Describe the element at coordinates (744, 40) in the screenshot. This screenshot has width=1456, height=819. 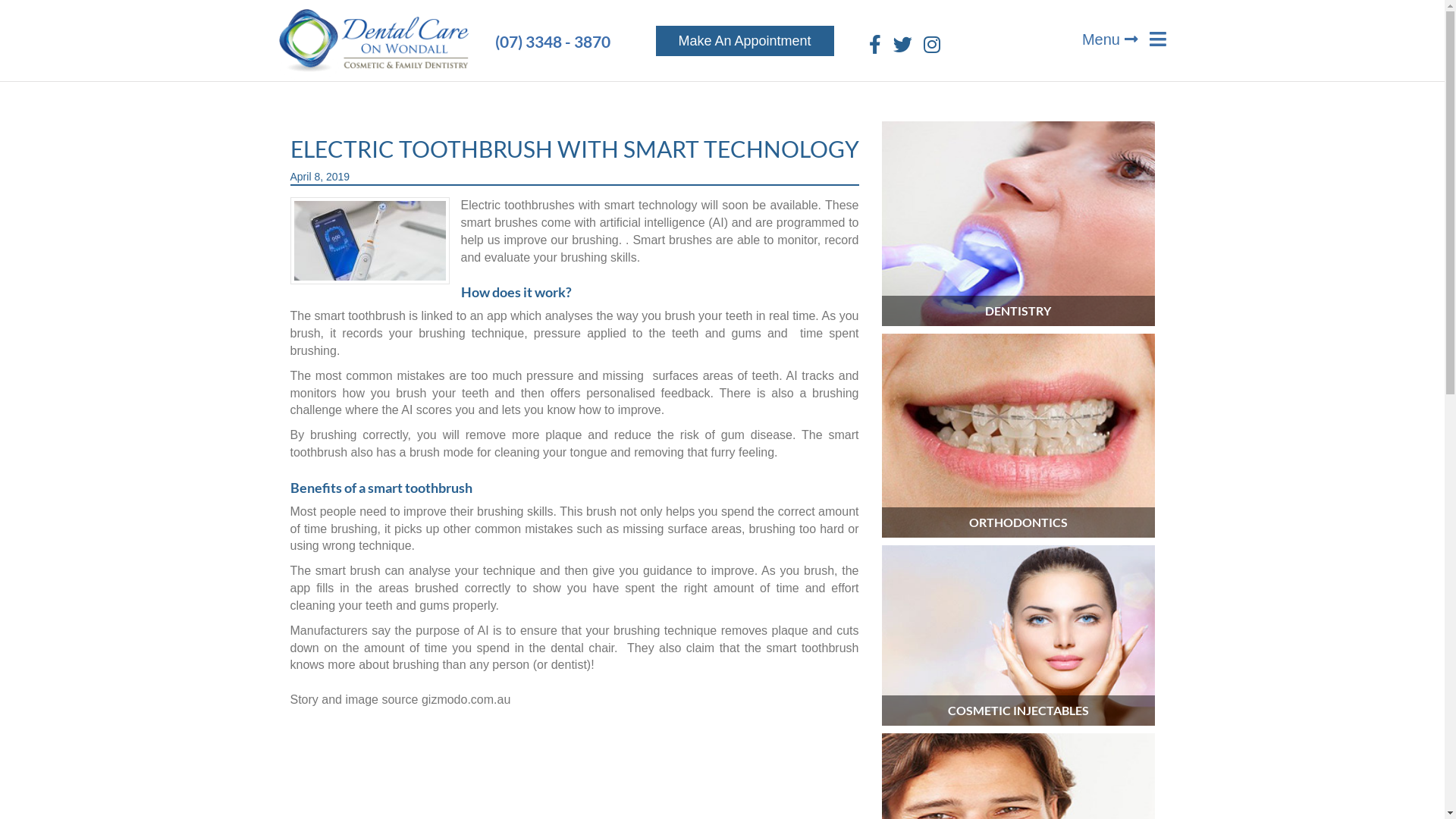
I see `'Make An Appointment'` at that location.